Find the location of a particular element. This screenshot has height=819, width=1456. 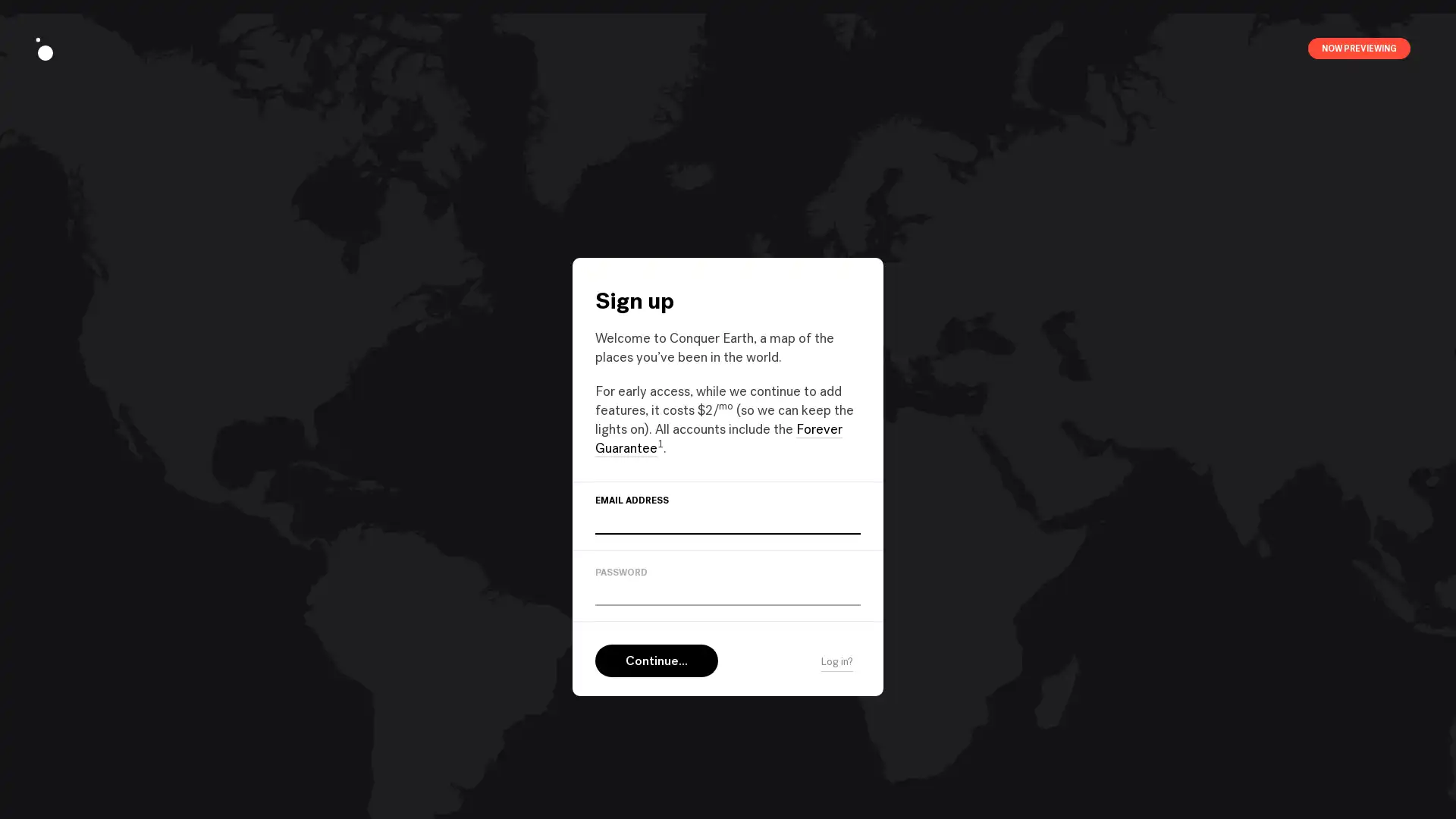

Continue... is located at coordinates (656, 660).